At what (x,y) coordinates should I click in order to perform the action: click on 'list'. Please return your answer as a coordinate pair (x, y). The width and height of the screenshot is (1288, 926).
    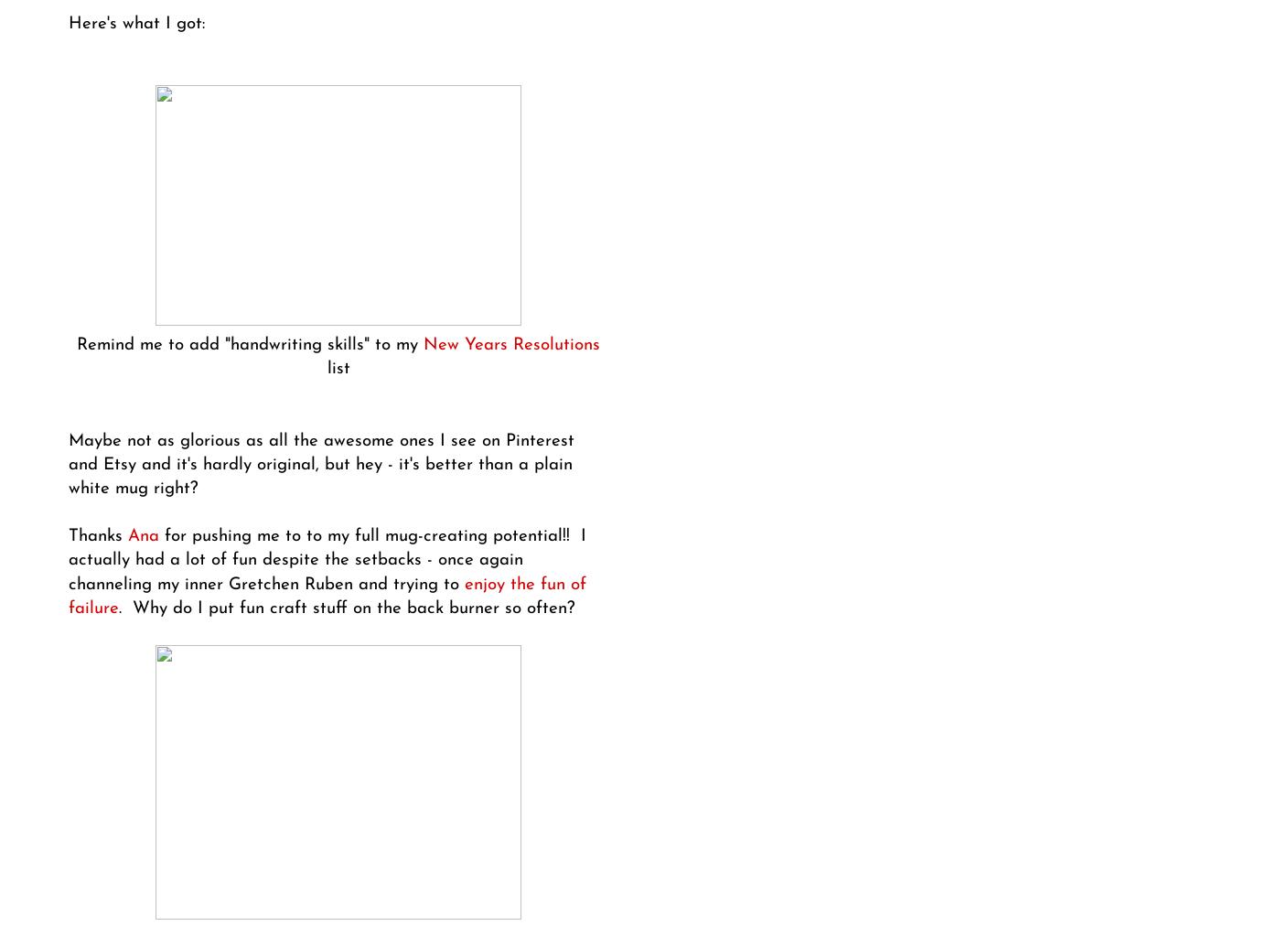
    Looking at the image, I should click on (337, 368).